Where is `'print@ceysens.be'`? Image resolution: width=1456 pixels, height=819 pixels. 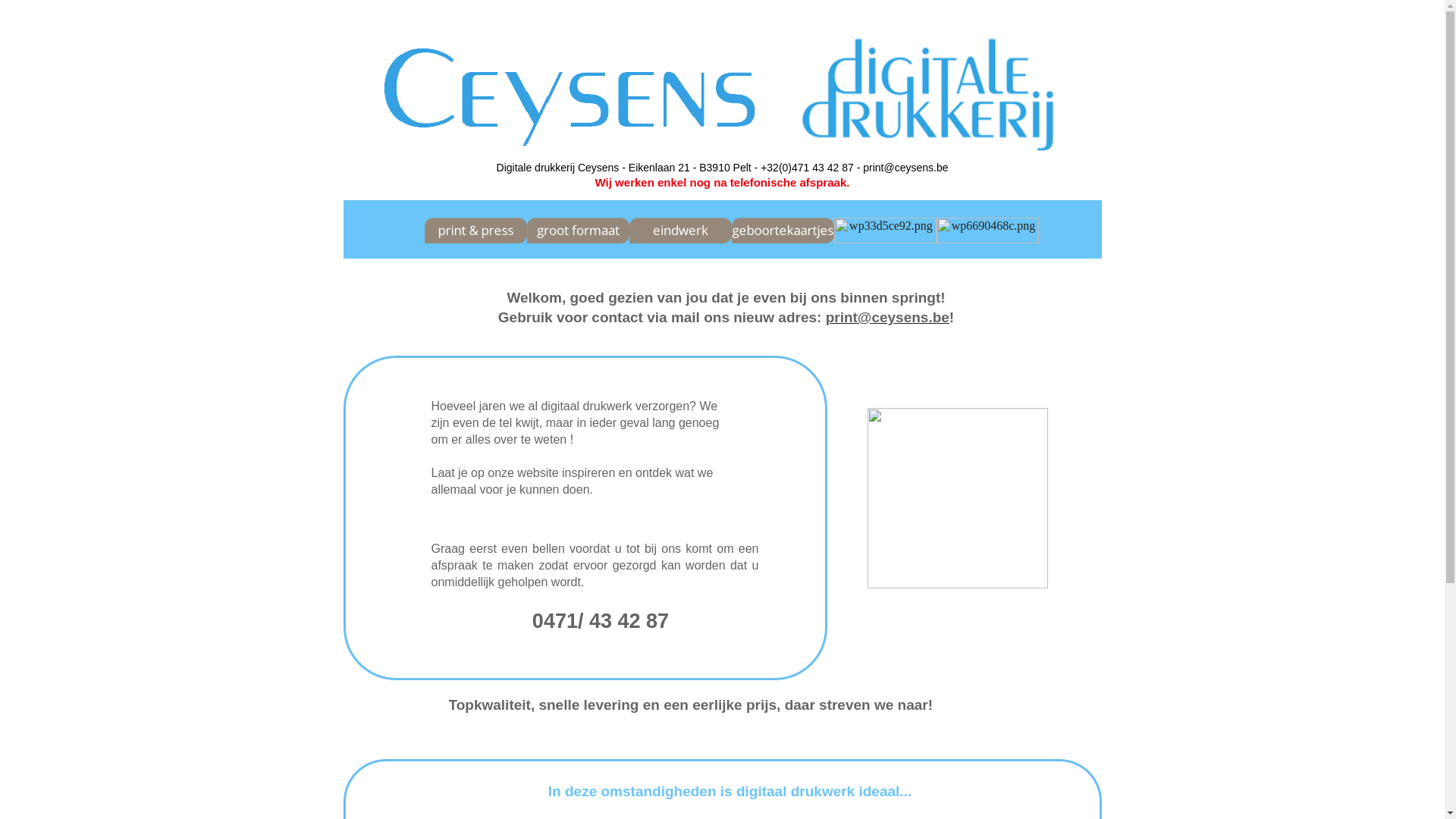 'print@ceysens.be' is located at coordinates (825, 317).